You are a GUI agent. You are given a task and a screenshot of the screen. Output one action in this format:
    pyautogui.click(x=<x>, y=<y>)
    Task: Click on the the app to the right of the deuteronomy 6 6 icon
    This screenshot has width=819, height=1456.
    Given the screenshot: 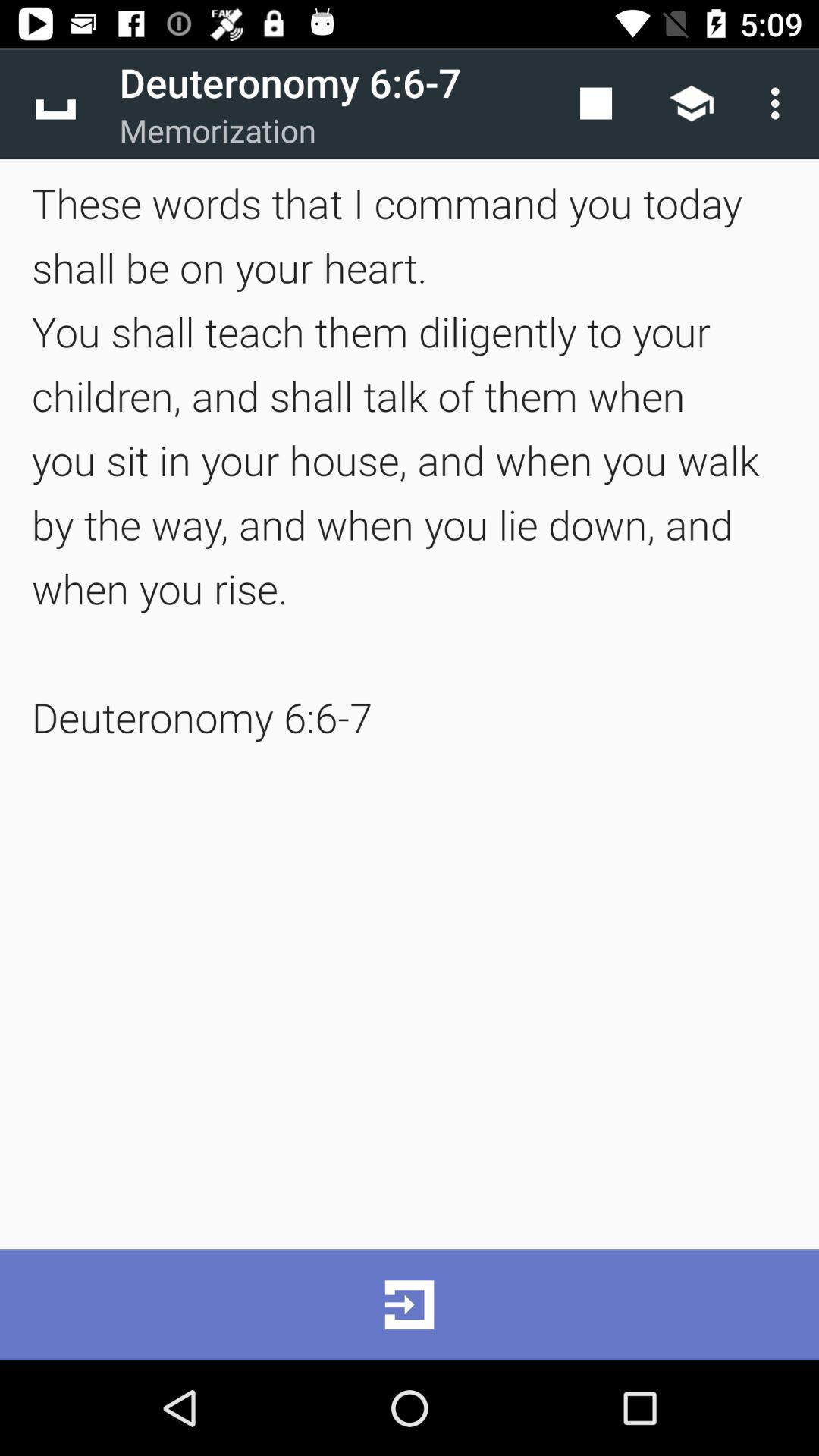 What is the action you would take?
    pyautogui.click(x=595, y=102)
    